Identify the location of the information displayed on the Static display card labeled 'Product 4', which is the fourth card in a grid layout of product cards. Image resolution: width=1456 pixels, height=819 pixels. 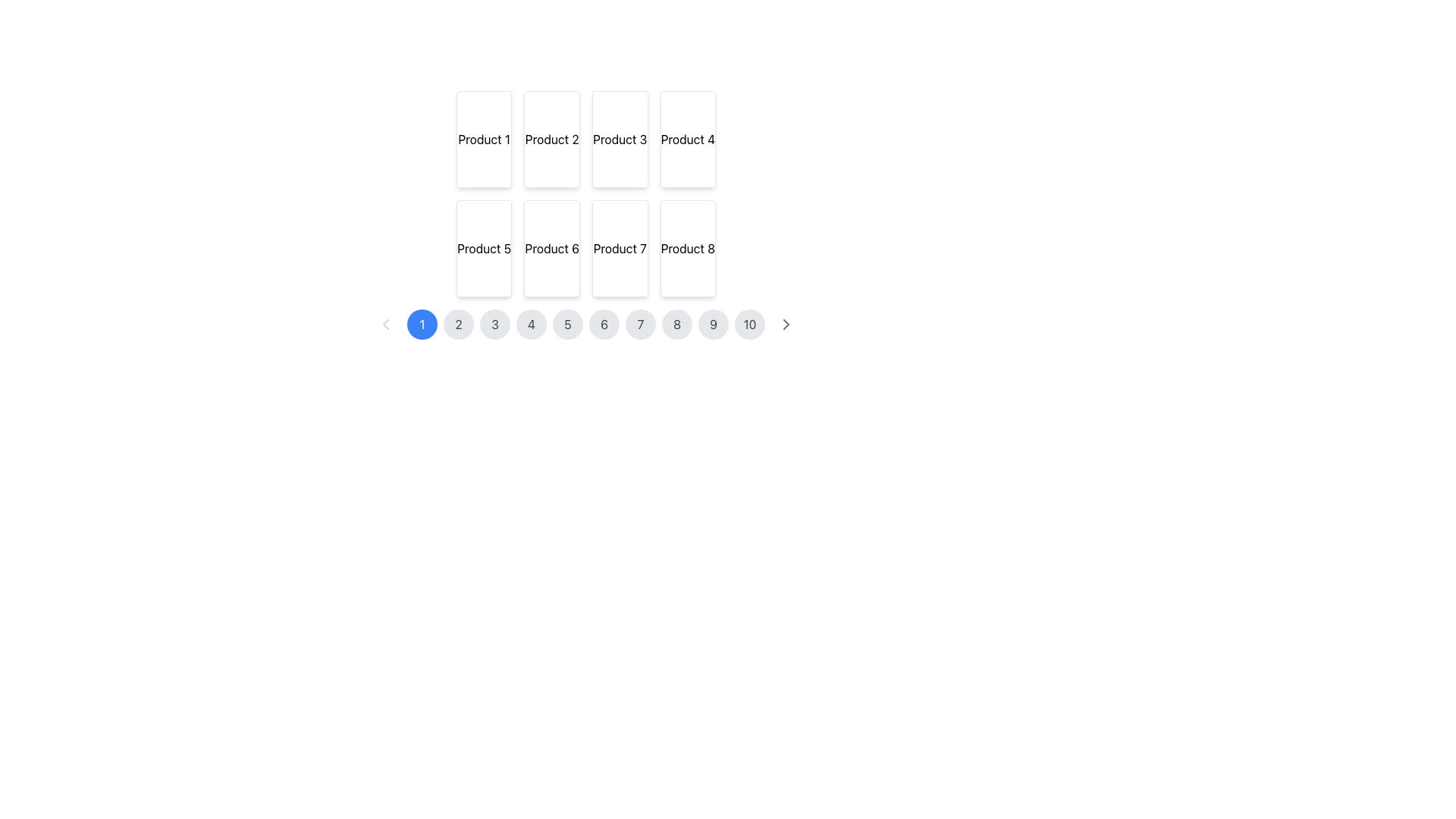
(687, 140).